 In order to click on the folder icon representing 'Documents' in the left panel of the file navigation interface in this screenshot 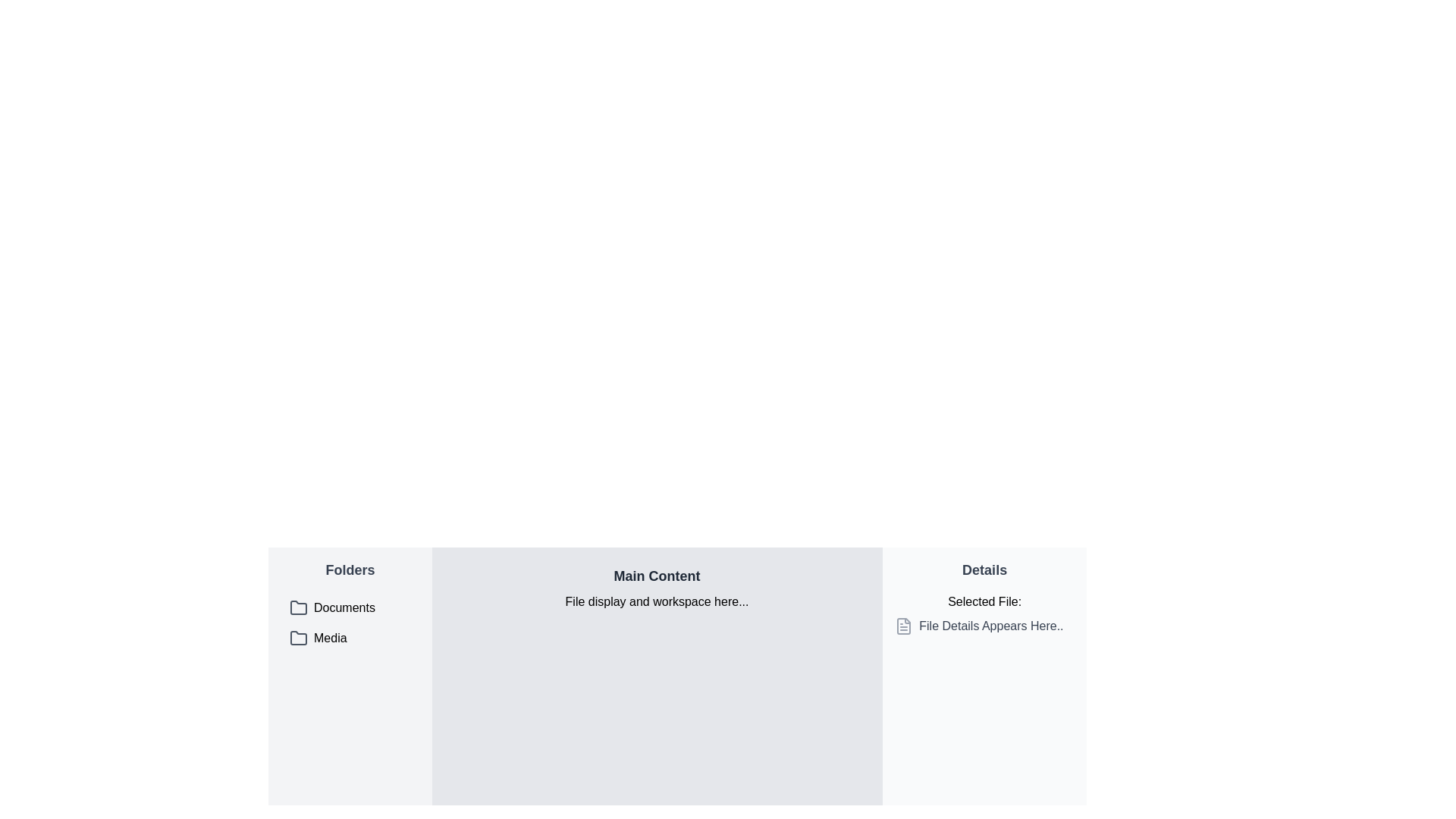, I will do `click(298, 607)`.